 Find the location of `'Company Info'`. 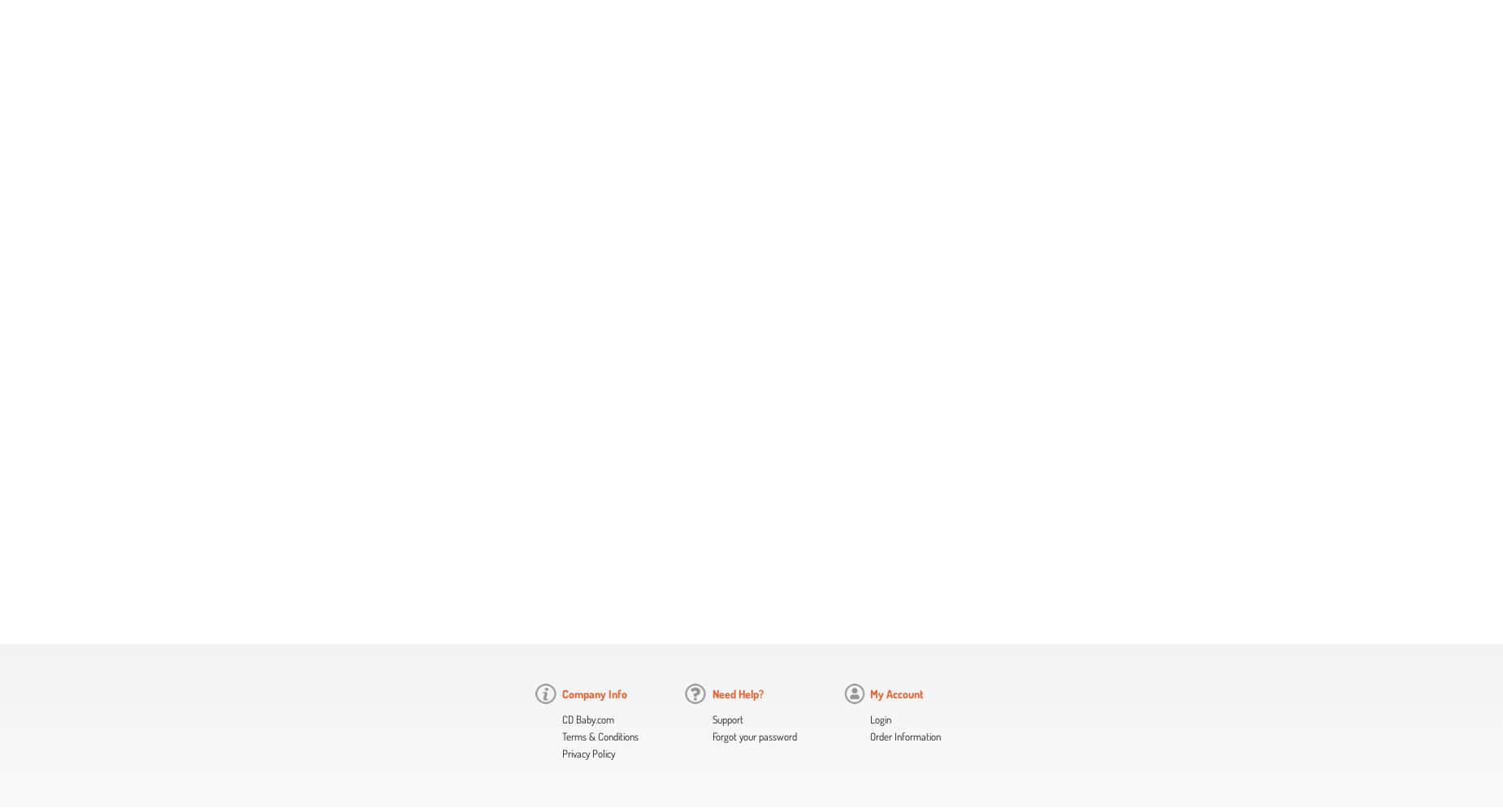

'Company Info' is located at coordinates (595, 693).